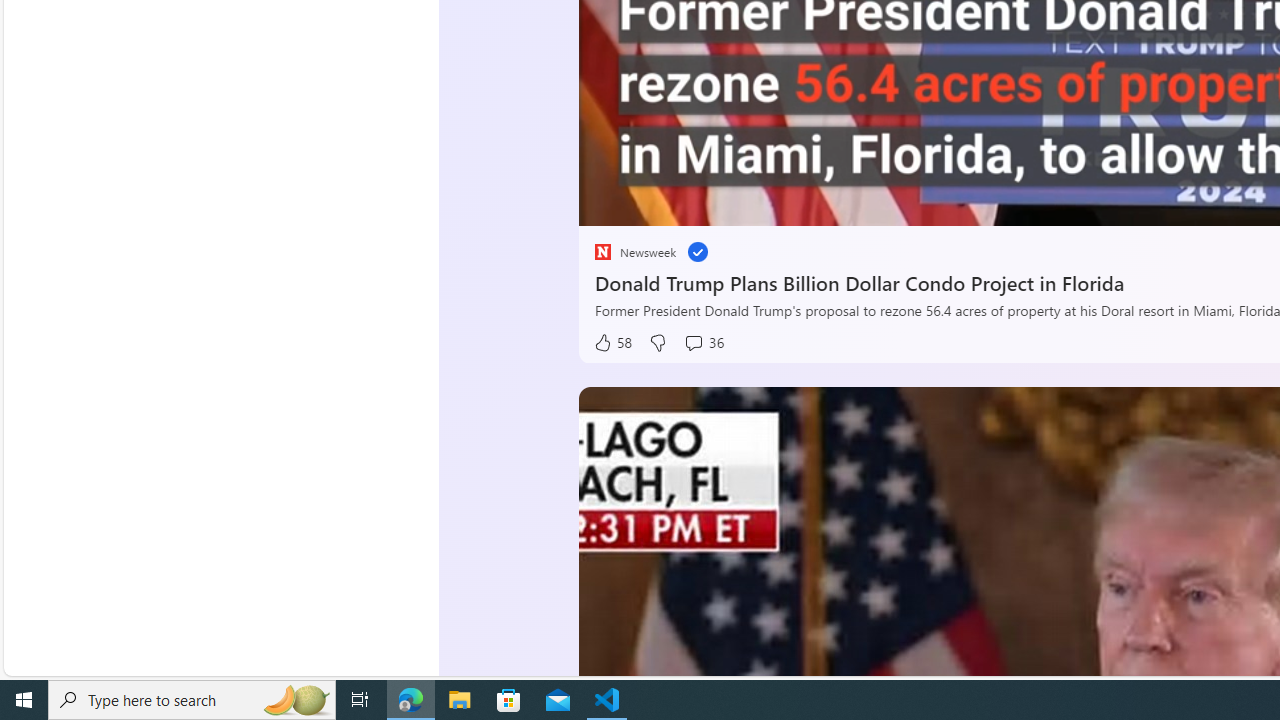  What do you see at coordinates (633, 251) in the screenshot?
I see `'placeholder Newsweek'` at bounding box center [633, 251].